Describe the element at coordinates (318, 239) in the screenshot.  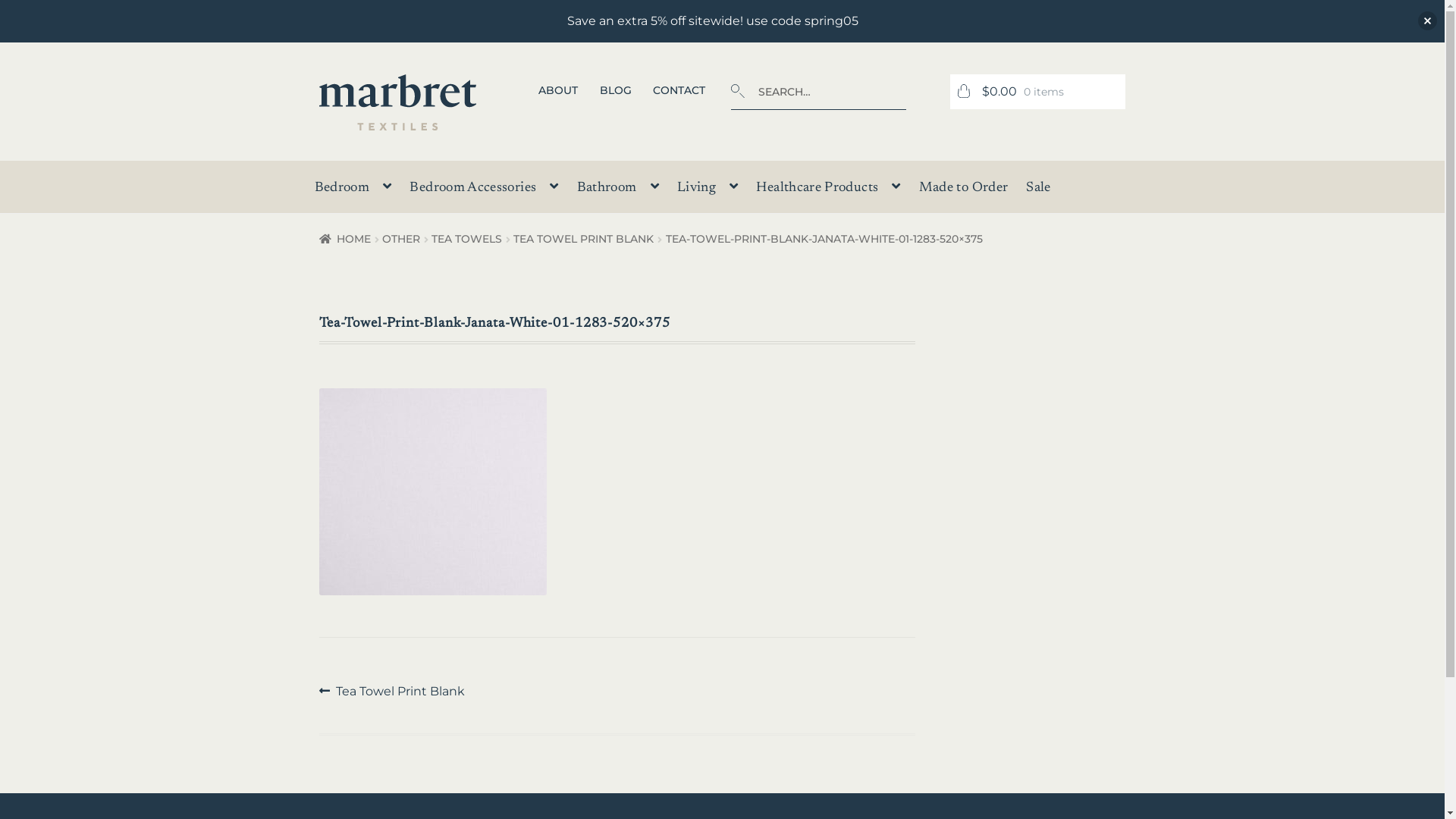
I see `'HOME'` at that location.